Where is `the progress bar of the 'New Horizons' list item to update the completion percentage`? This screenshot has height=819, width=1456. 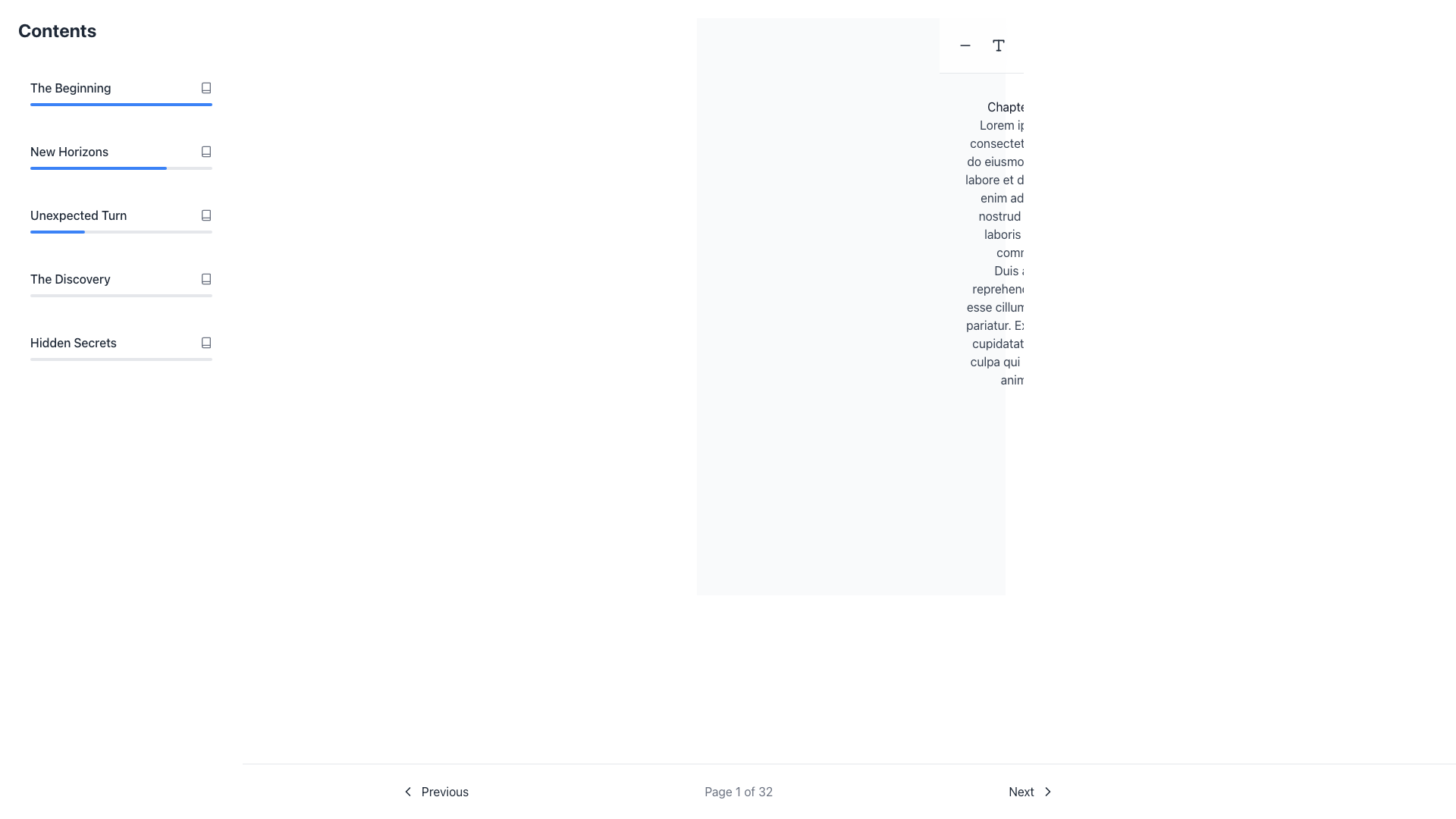
the progress bar of the 'New Horizons' list item to update the completion percentage is located at coordinates (120, 155).